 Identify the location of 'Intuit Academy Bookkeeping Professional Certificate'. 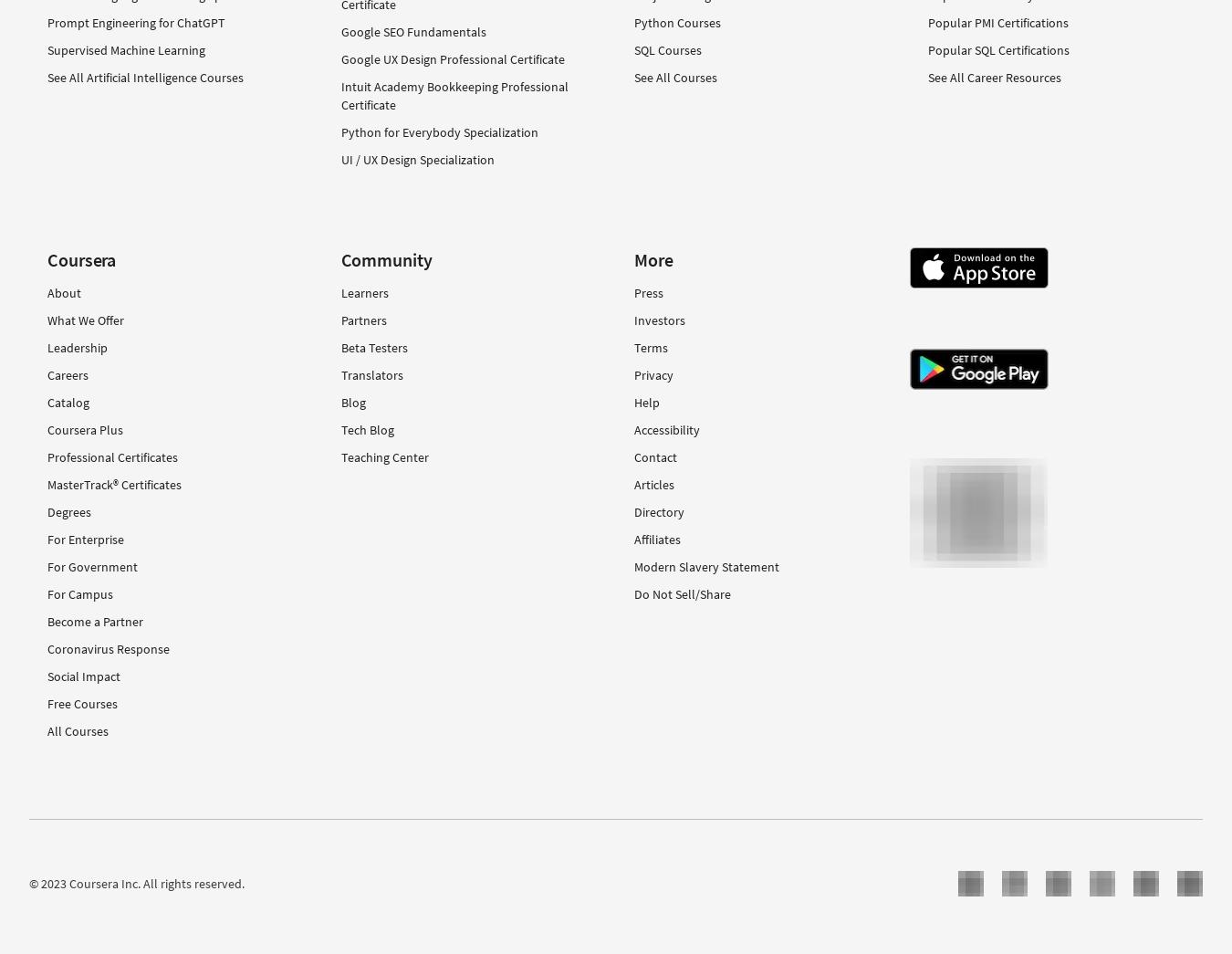
(340, 94).